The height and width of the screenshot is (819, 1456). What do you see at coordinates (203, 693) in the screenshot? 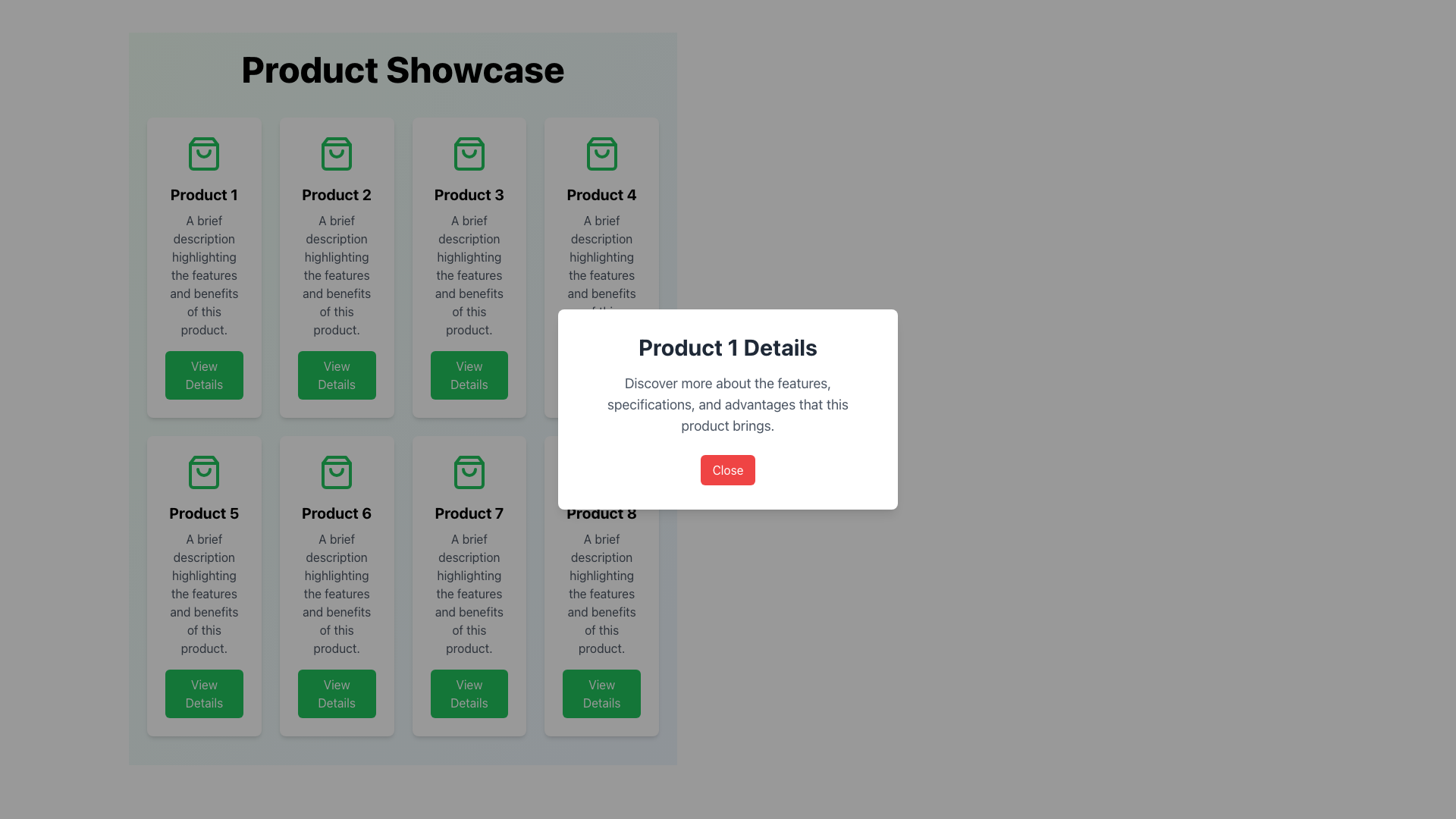
I see `the button located at the bottom of the 'Product 5' card` at bounding box center [203, 693].